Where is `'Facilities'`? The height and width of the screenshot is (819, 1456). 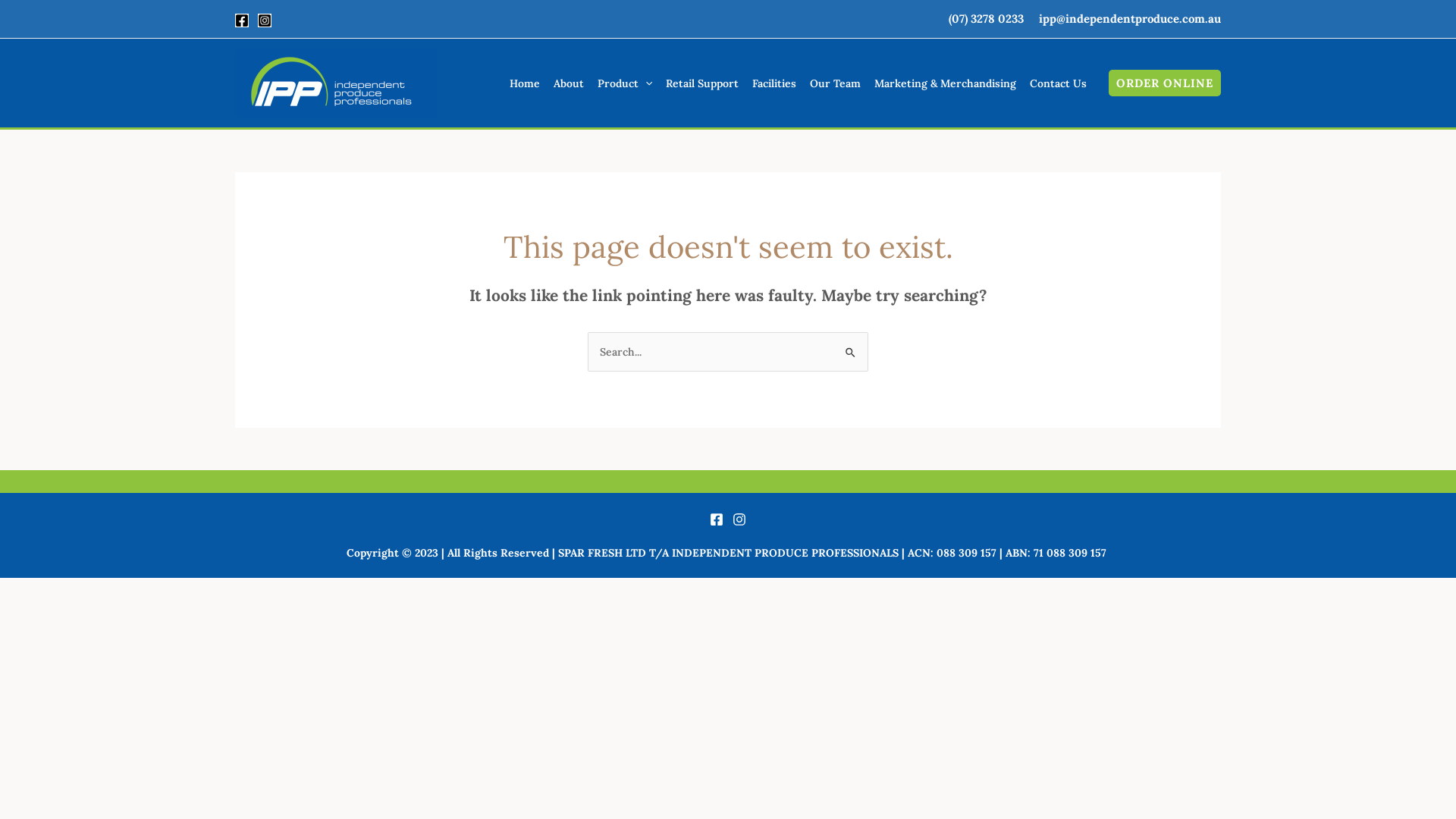
'Facilities' is located at coordinates (774, 83).